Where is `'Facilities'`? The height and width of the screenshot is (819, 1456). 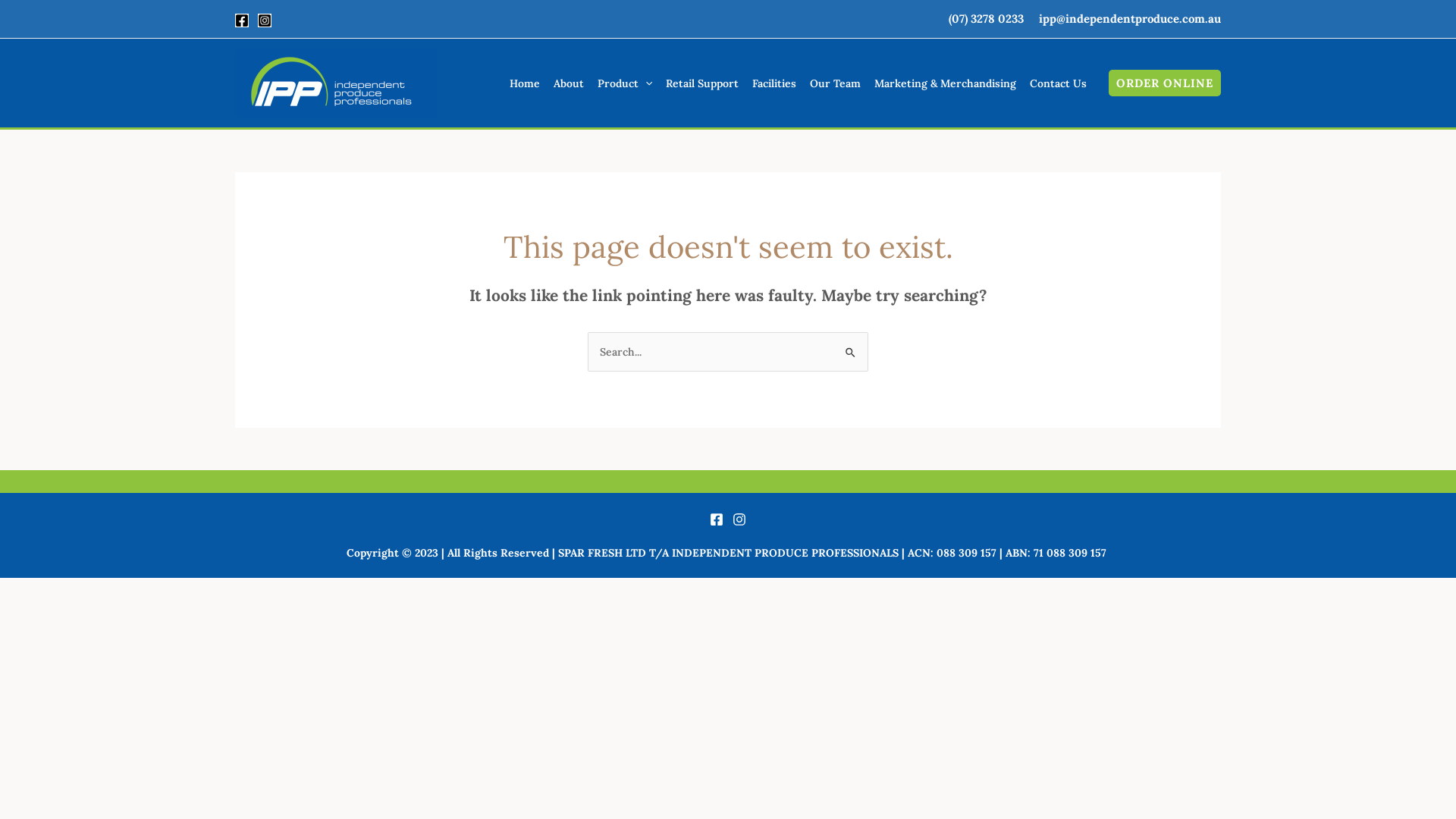
'Facilities' is located at coordinates (774, 83).